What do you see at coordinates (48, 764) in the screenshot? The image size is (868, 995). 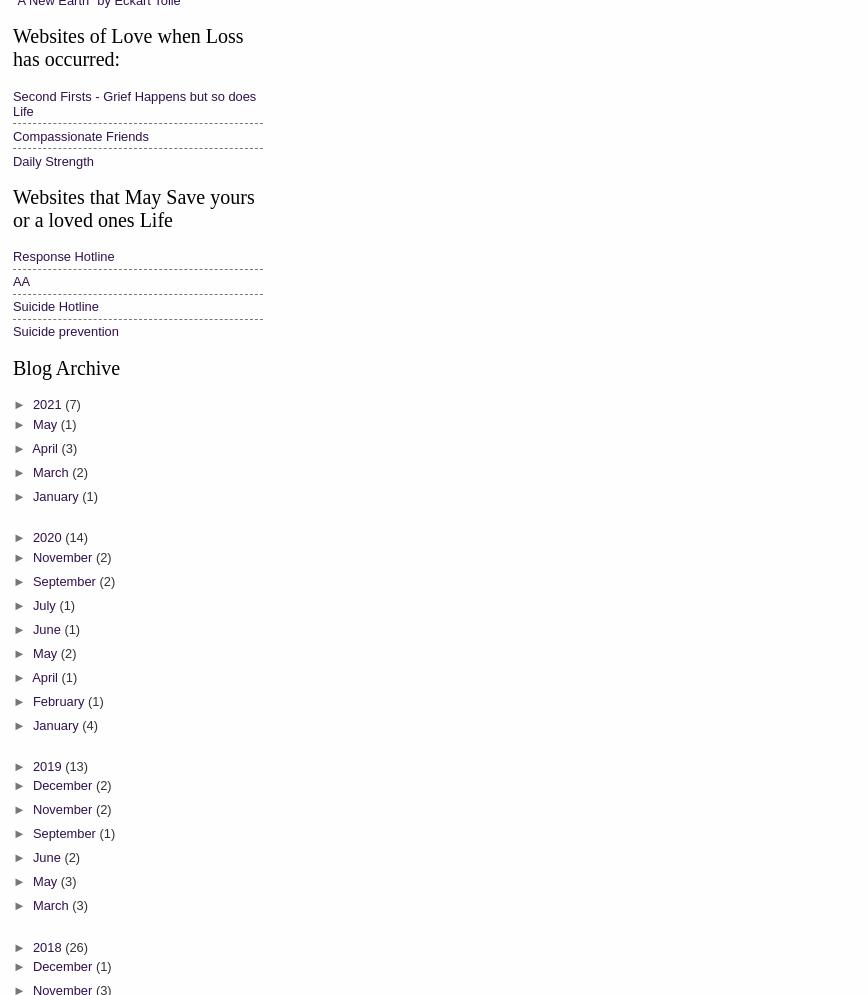 I see `'2019'` at bounding box center [48, 764].